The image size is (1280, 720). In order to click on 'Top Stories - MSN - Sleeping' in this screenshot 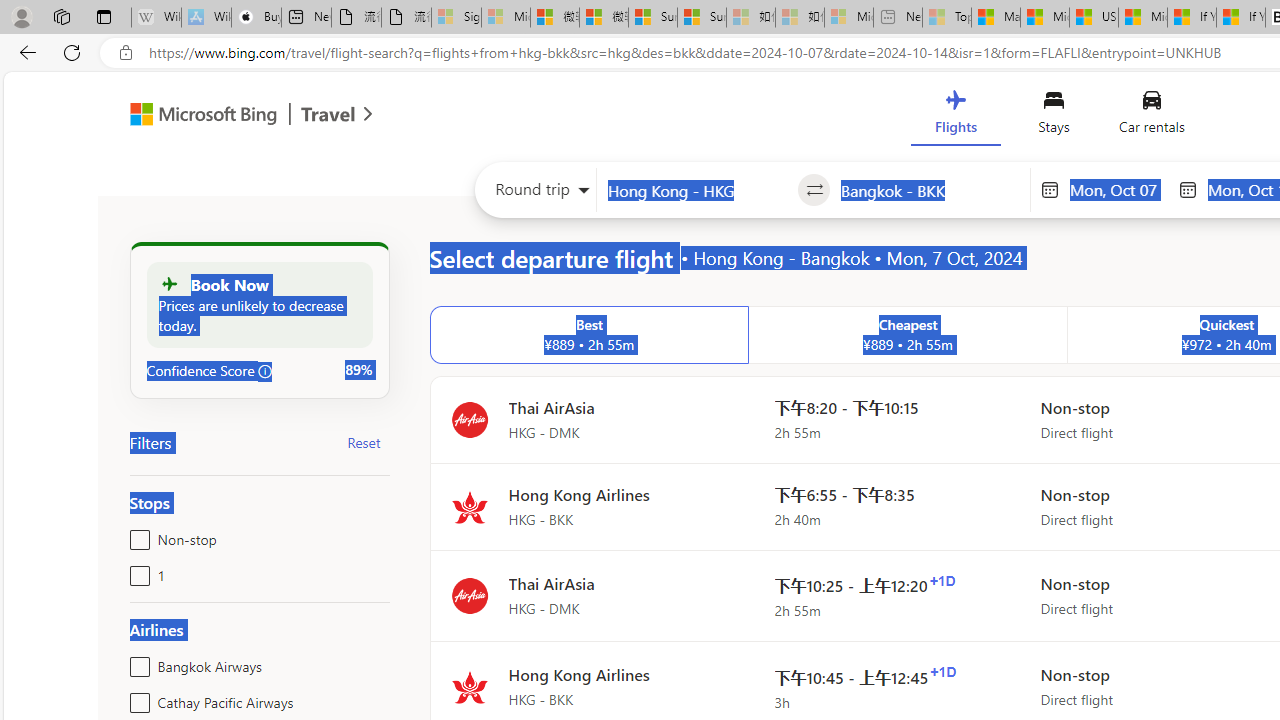, I will do `click(946, 17)`.